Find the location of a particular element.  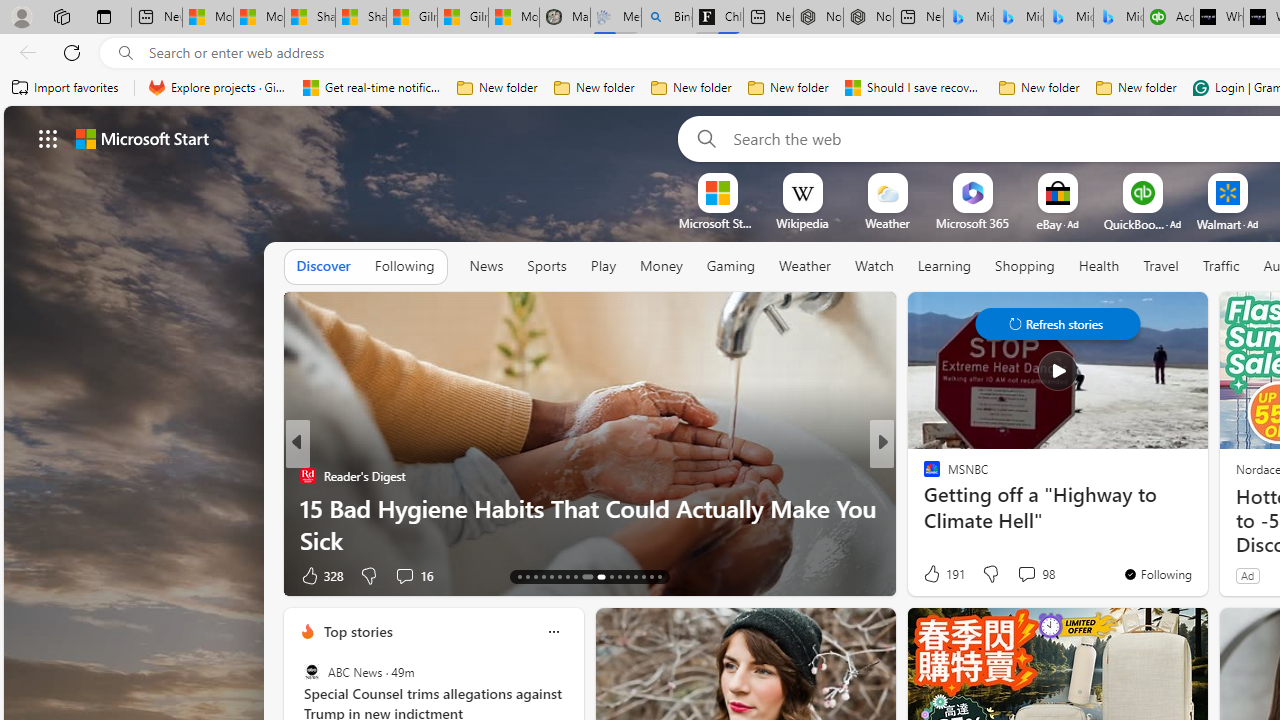

'152 Like' is located at coordinates (935, 575).